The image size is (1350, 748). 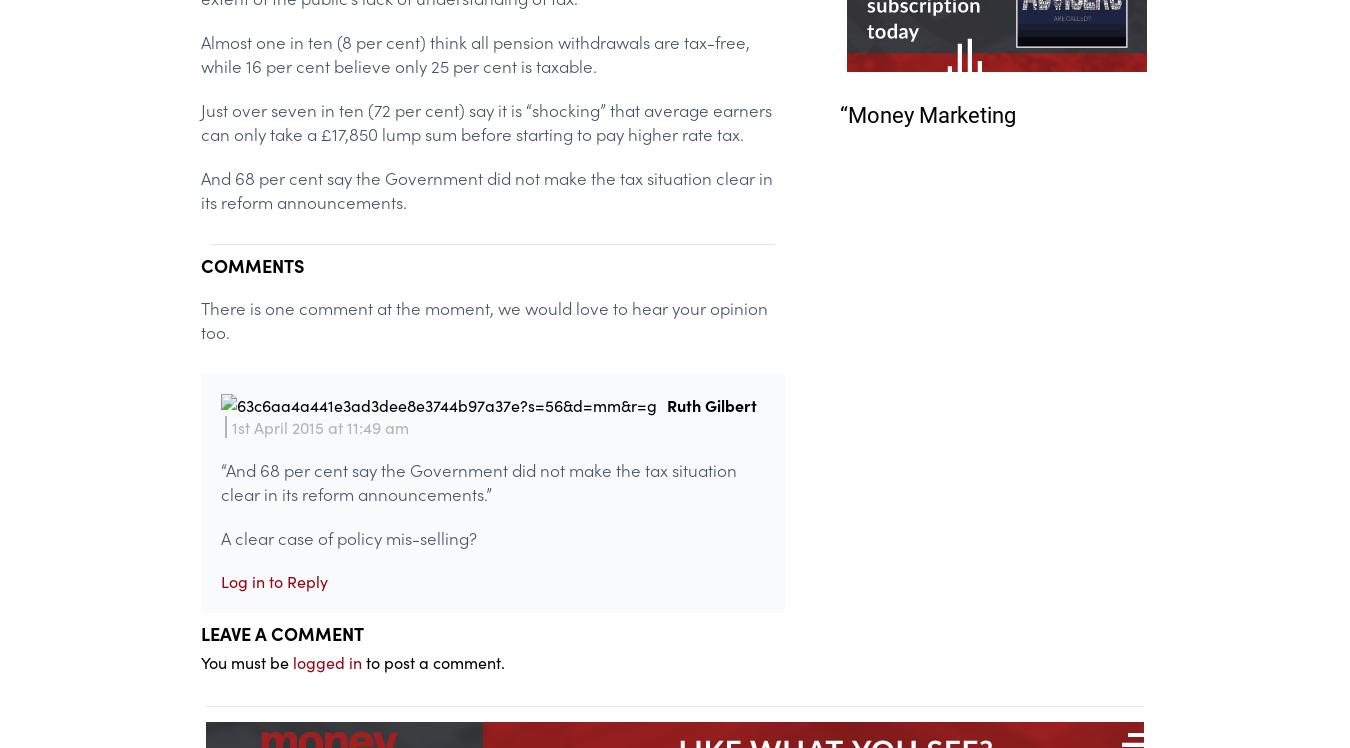 I want to click on 'Money Marketing', so click(x=931, y=115).